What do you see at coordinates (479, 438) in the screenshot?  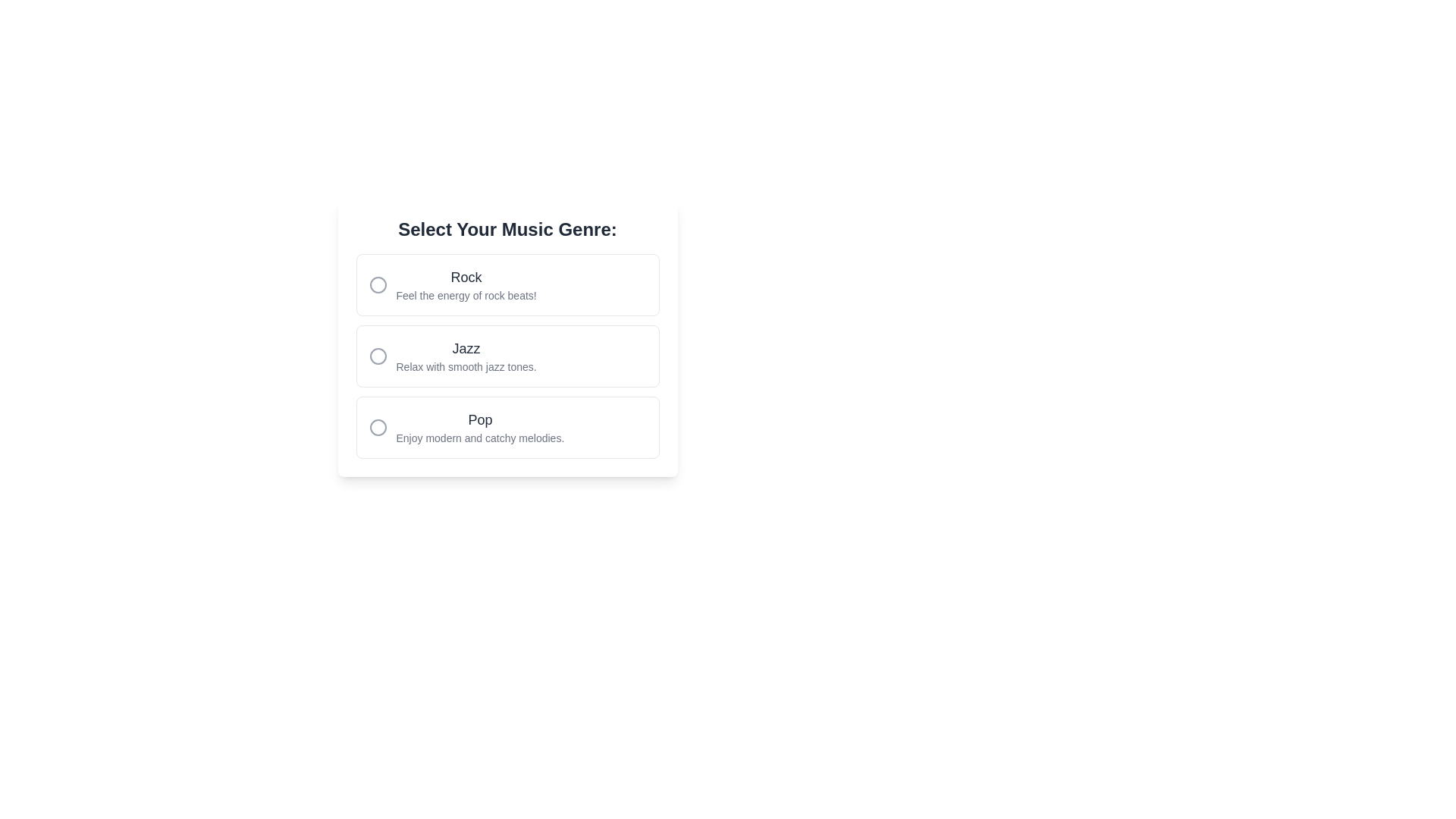 I see `the text snippet that says 'Enjoy modern and catchy melodies.' which is a secondary descriptive text under the 'Pop' genre option` at bounding box center [479, 438].